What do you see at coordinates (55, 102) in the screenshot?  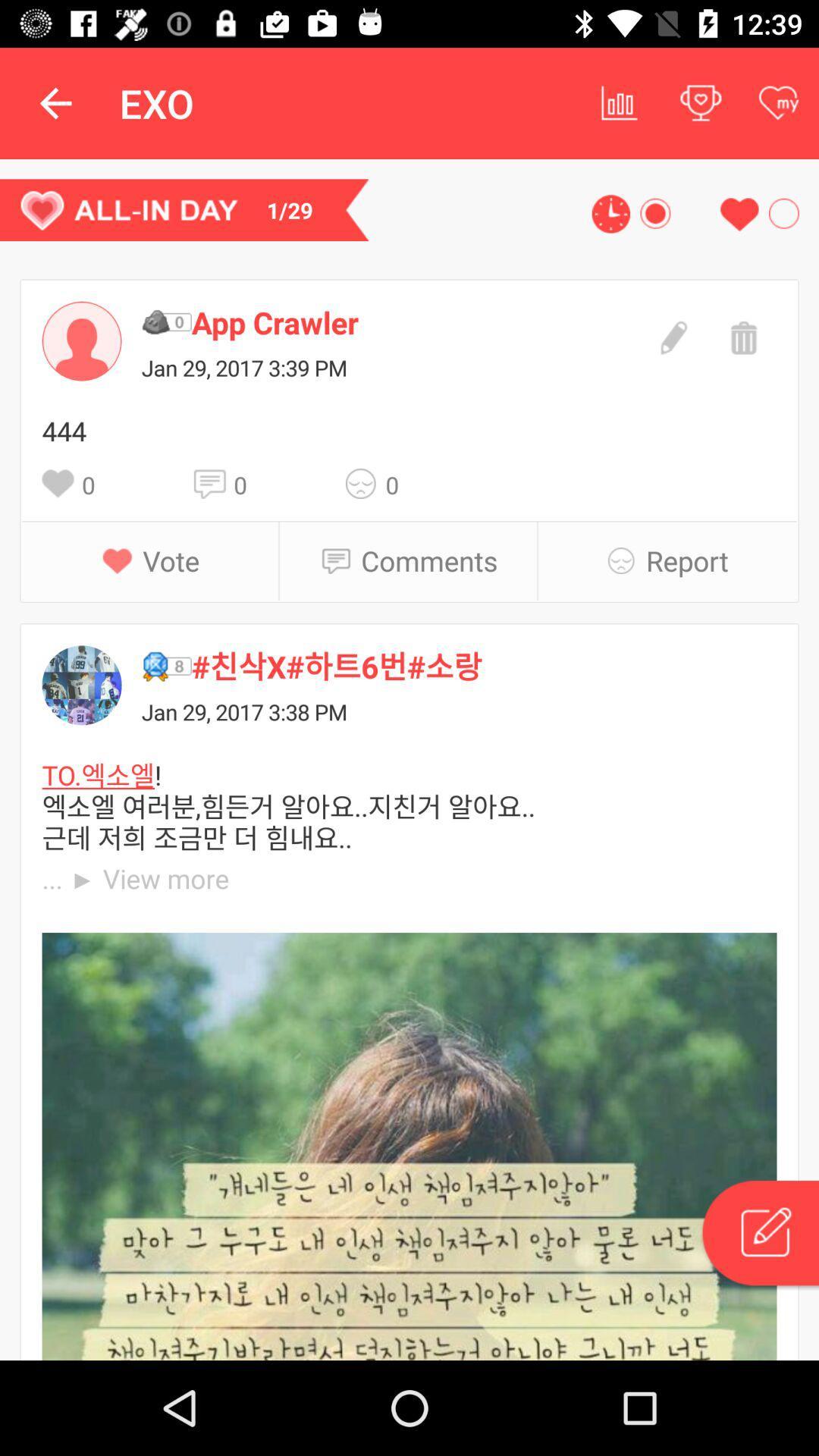 I see `item above the 1/29 item` at bounding box center [55, 102].